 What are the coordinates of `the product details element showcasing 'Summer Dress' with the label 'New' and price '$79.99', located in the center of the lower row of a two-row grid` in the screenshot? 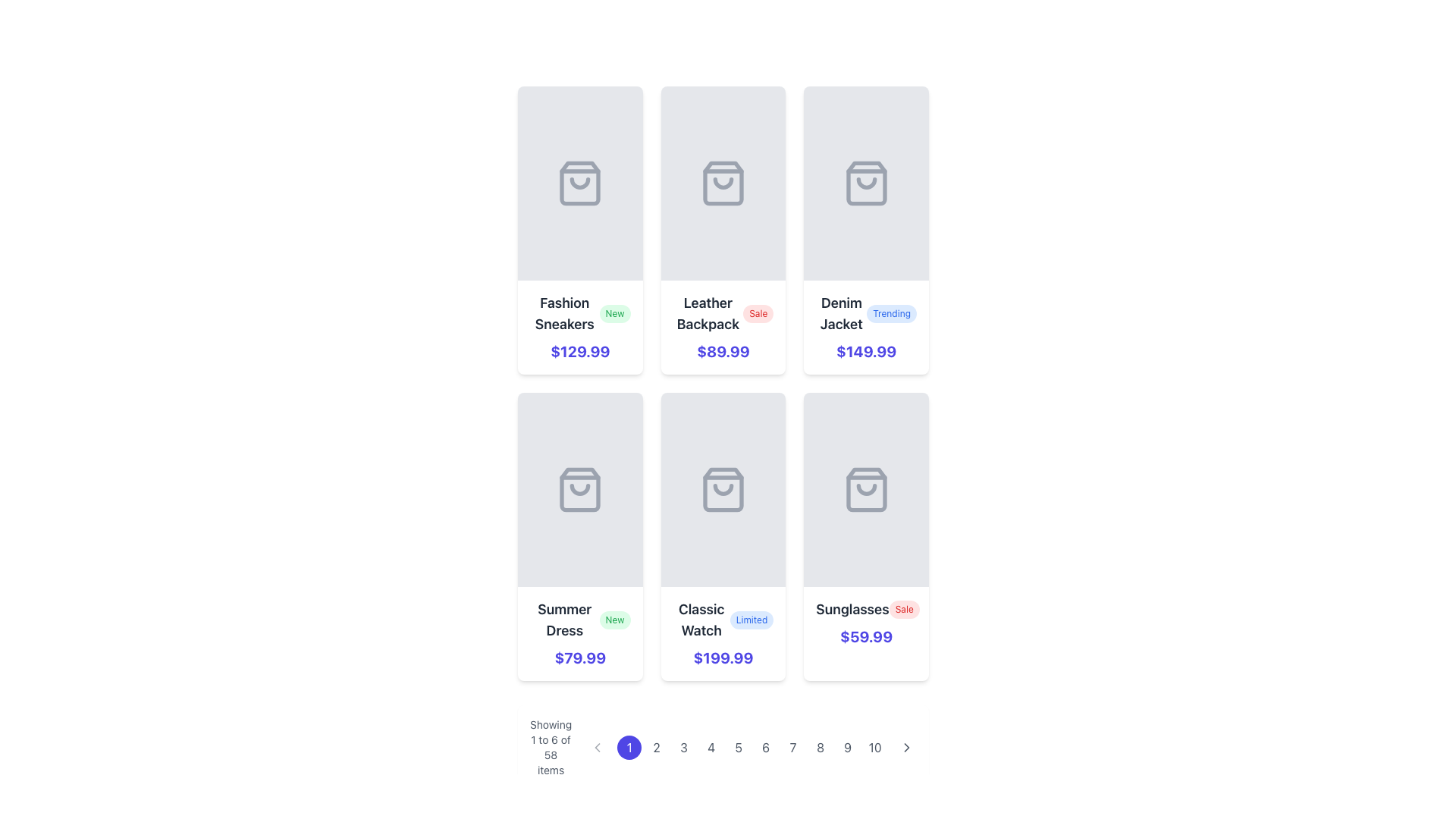 It's located at (579, 634).